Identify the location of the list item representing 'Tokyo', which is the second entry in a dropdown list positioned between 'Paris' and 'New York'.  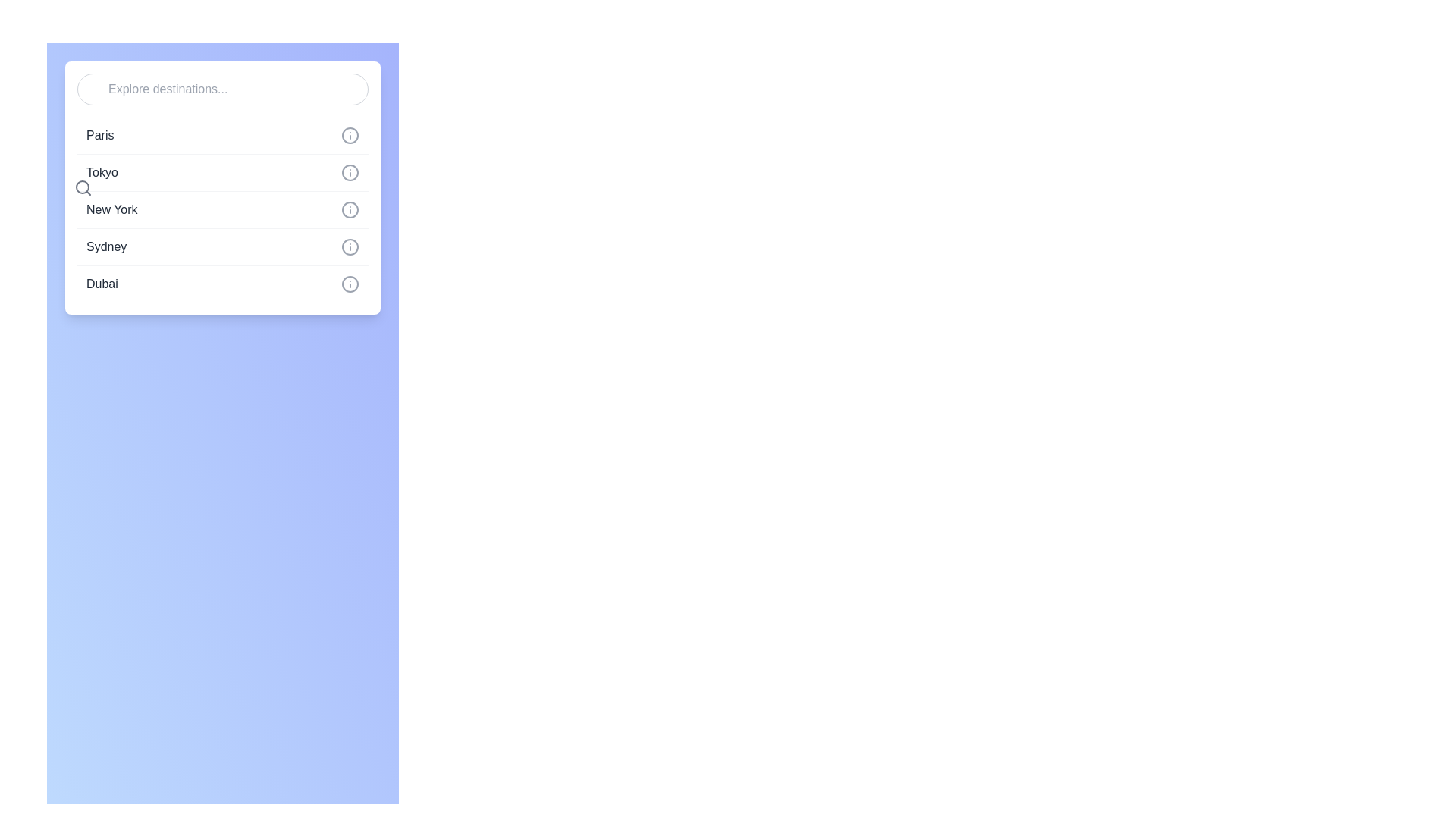
(221, 171).